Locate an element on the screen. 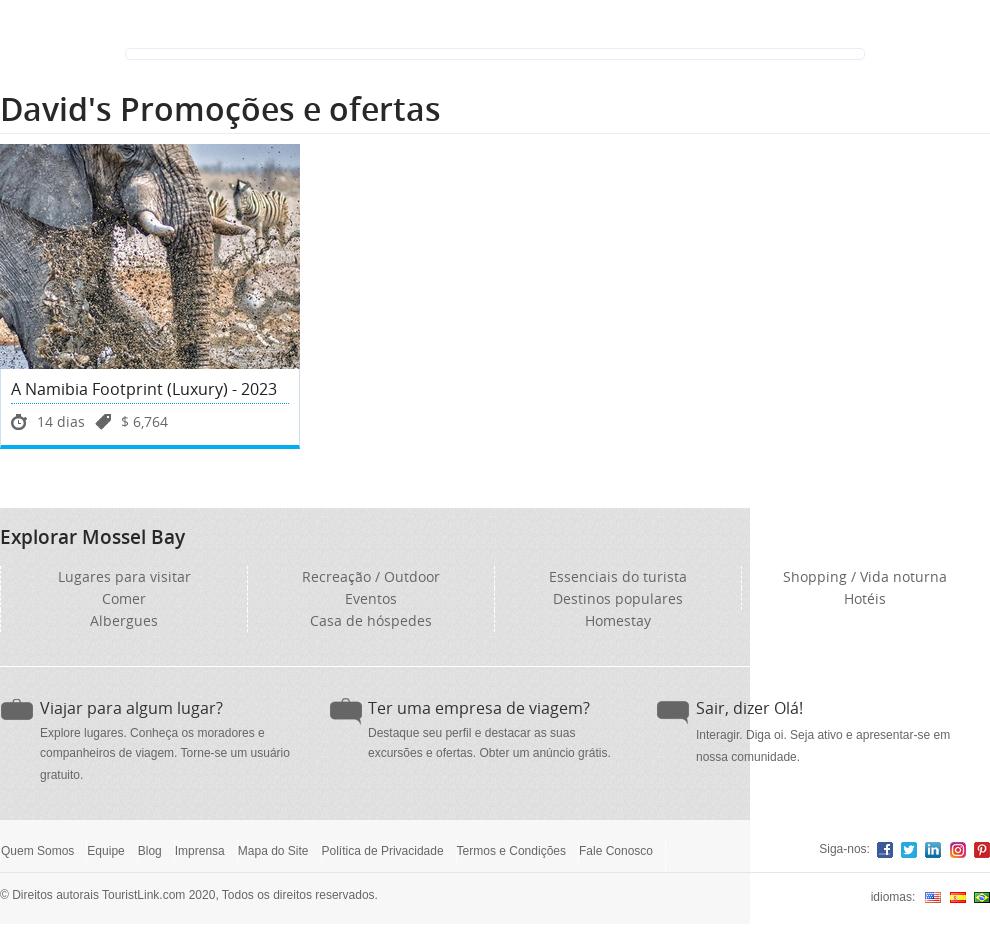 The height and width of the screenshot is (950, 990). 'Destaque seu perfil e destacar as suas excursões e ofertas.' is located at coordinates (471, 741).